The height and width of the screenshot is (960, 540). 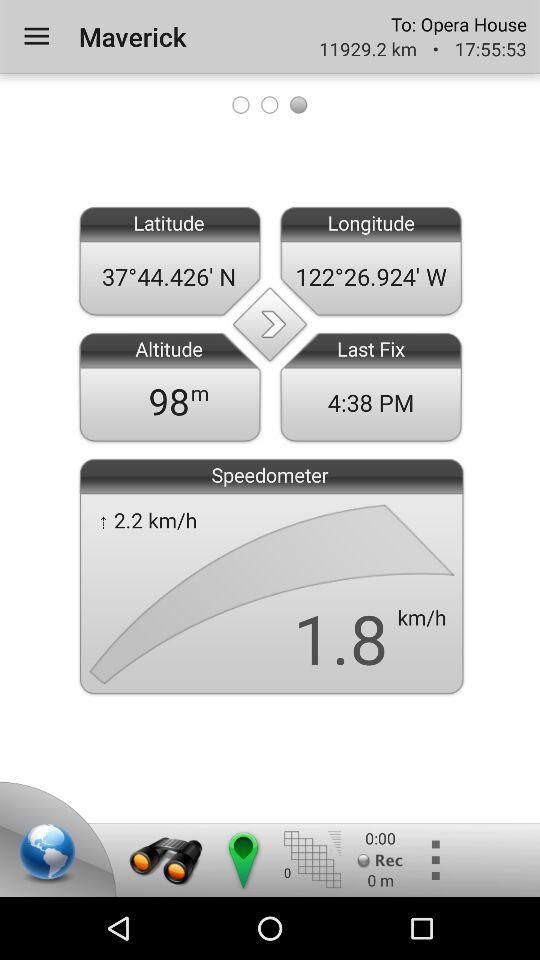 I want to click on start recording, so click(x=380, y=859).